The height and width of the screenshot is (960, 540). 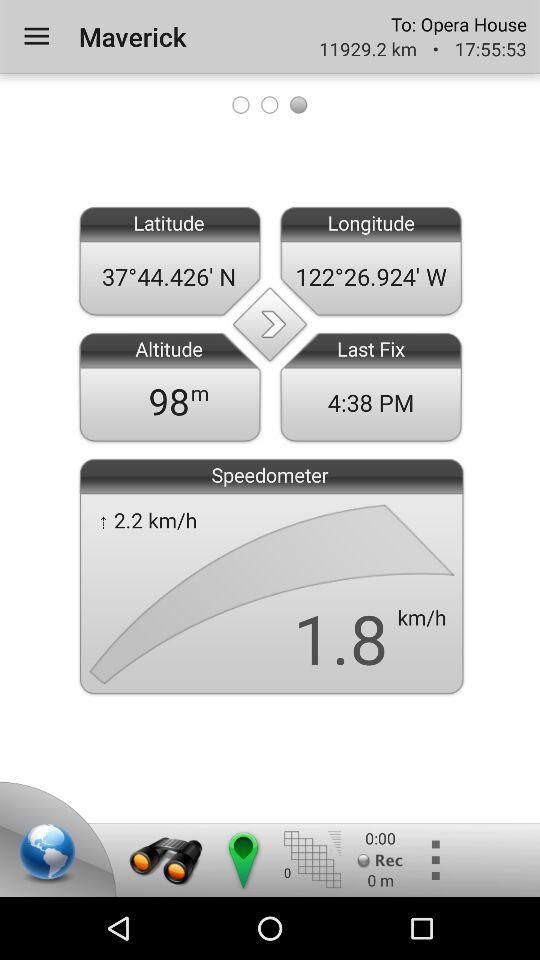 I want to click on start recording, so click(x=380, y=859).